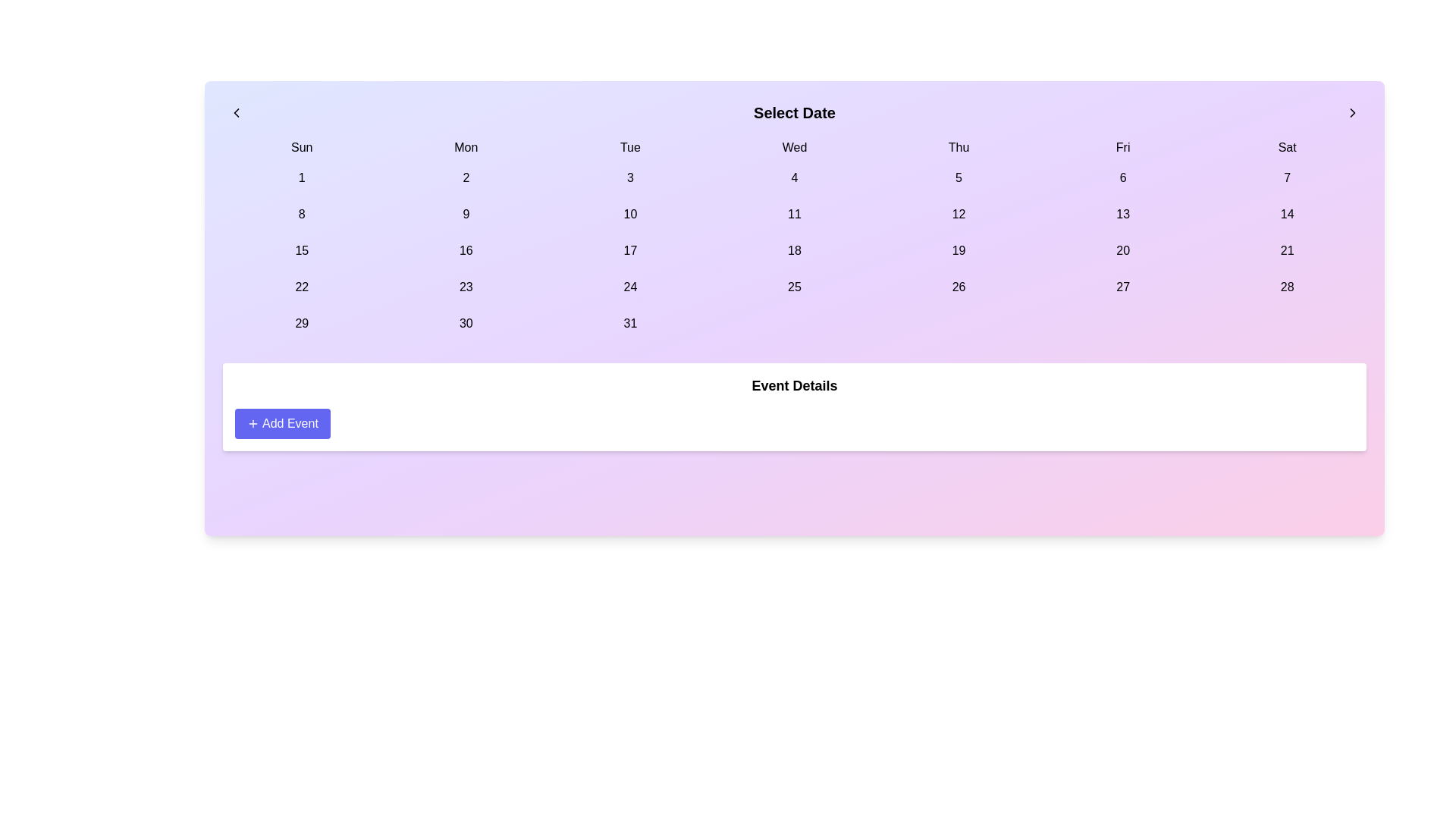 This screenshot has height=819, width=1456. What do you see at coordinates (1123, 177) in the screenshot?
I see `the button-like element displaying the number '6' located in the first row of date cells under the 'Fri' header` at bounding box center [1123, 177].